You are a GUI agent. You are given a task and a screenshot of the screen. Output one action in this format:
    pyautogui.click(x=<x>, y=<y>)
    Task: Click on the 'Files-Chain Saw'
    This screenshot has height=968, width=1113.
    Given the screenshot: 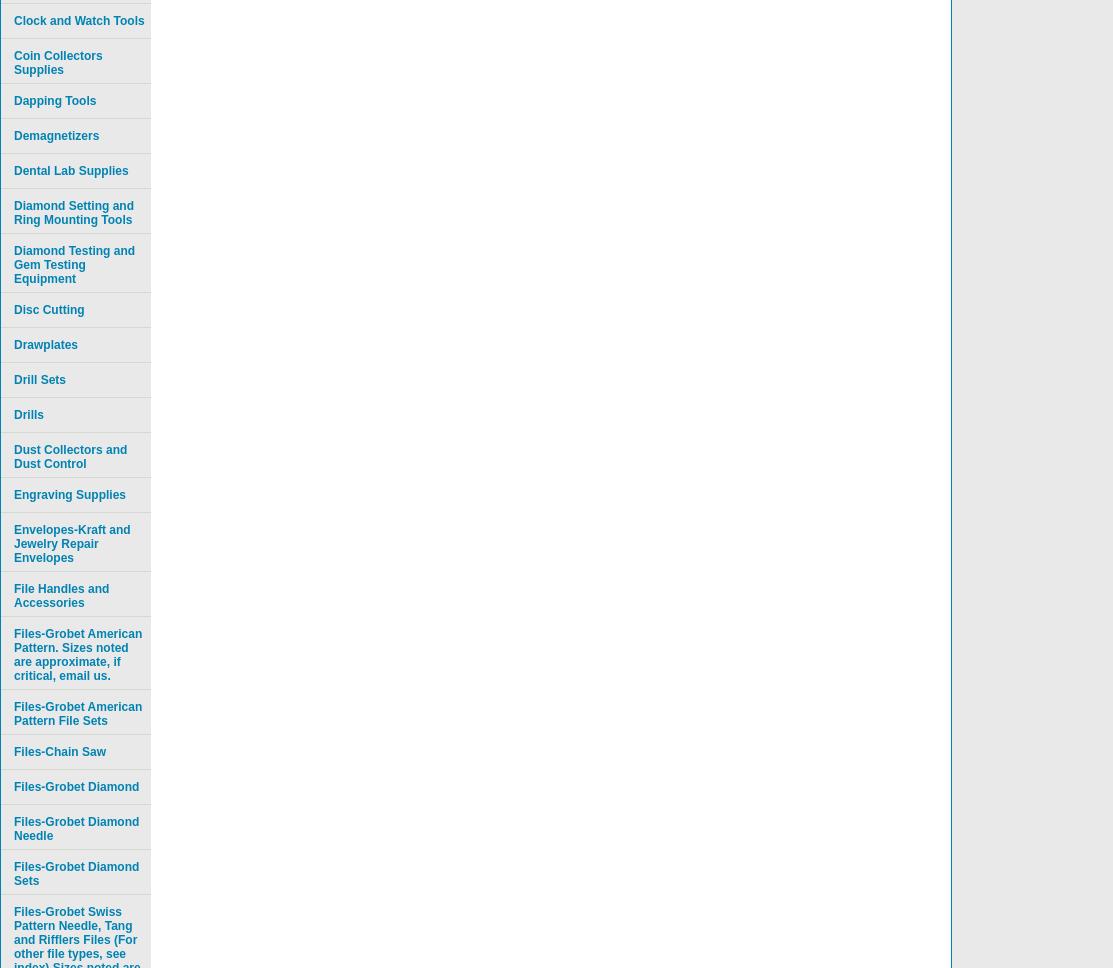 What is the action you would take?
    pyautogui.click(x=14, y=752)
    